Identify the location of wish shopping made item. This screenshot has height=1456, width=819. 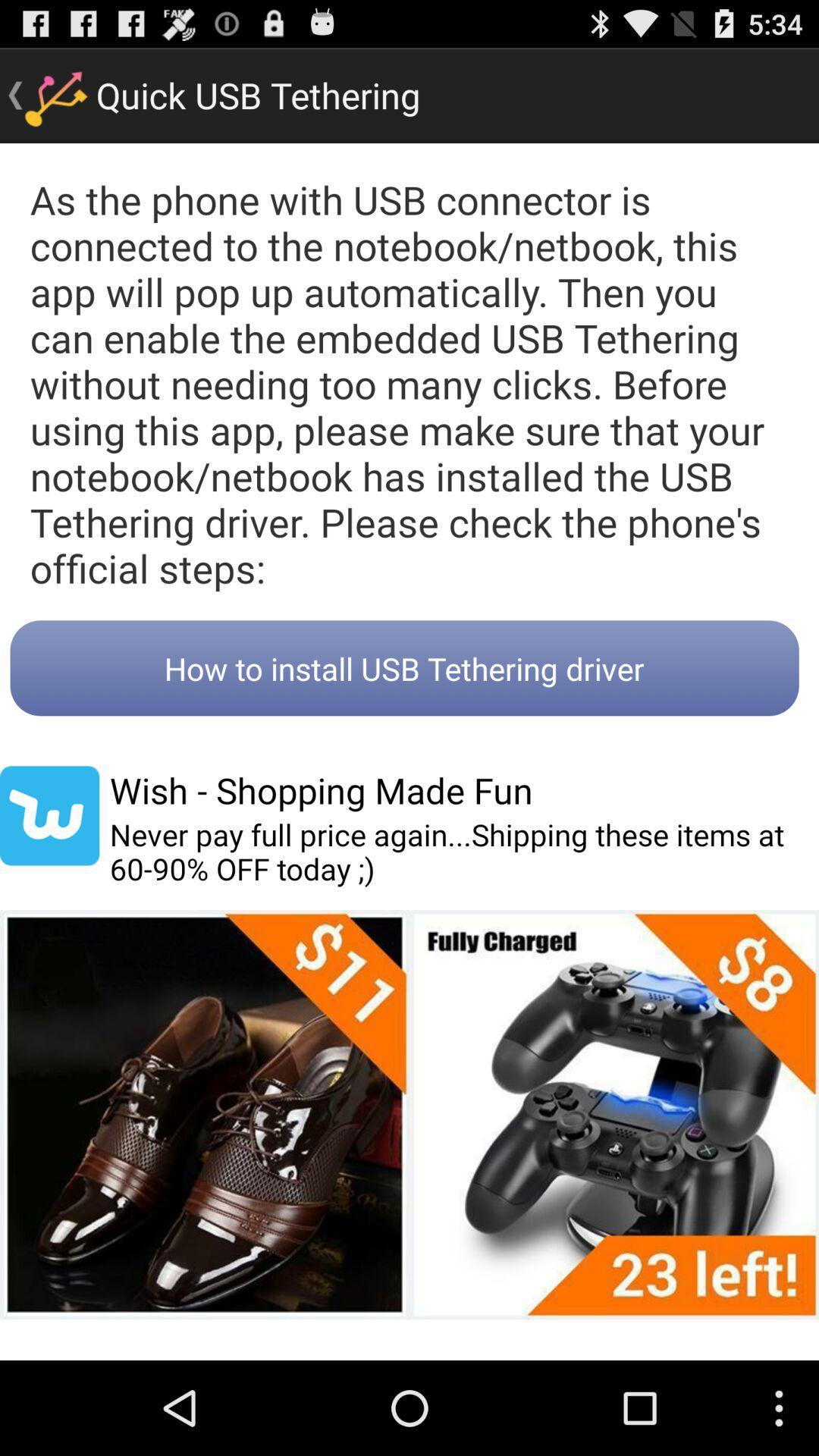
(320, 789).